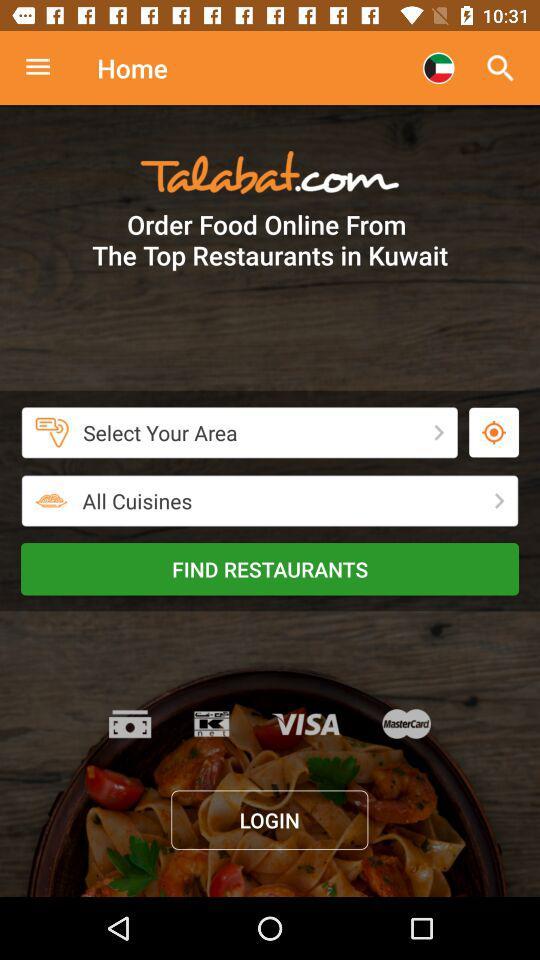 This screenshot has width=540, height=960. I want to click on temperature, so click(493, 432).